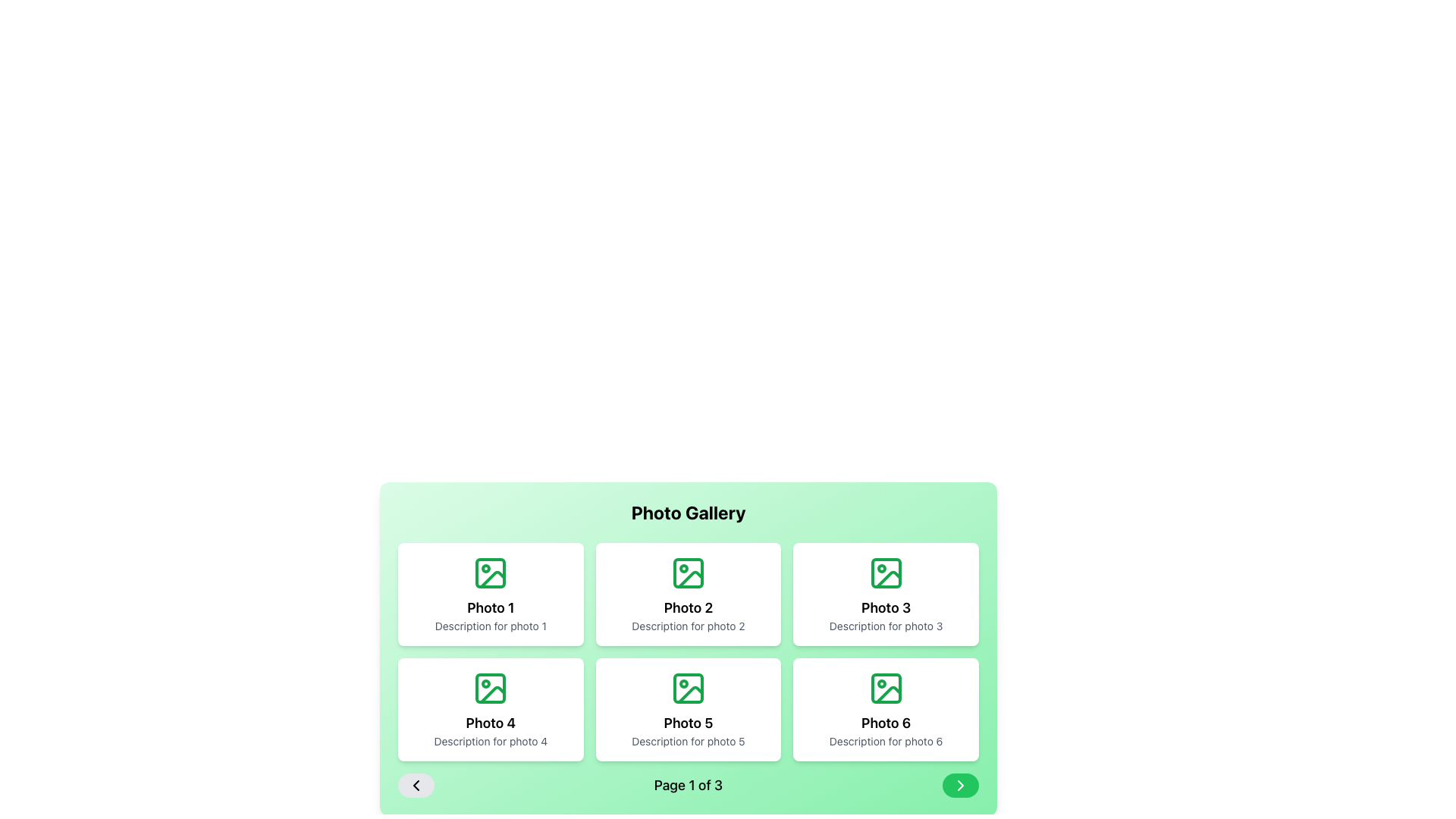 The image size is (1456, 819). What do you see at coordinates (491, 626) in the screenshot?
I see `the Text Label that provides supplementary information for 'Photo 1', located at the bottom of the card in the photo gallery interface` at bounding box center [491, 626].